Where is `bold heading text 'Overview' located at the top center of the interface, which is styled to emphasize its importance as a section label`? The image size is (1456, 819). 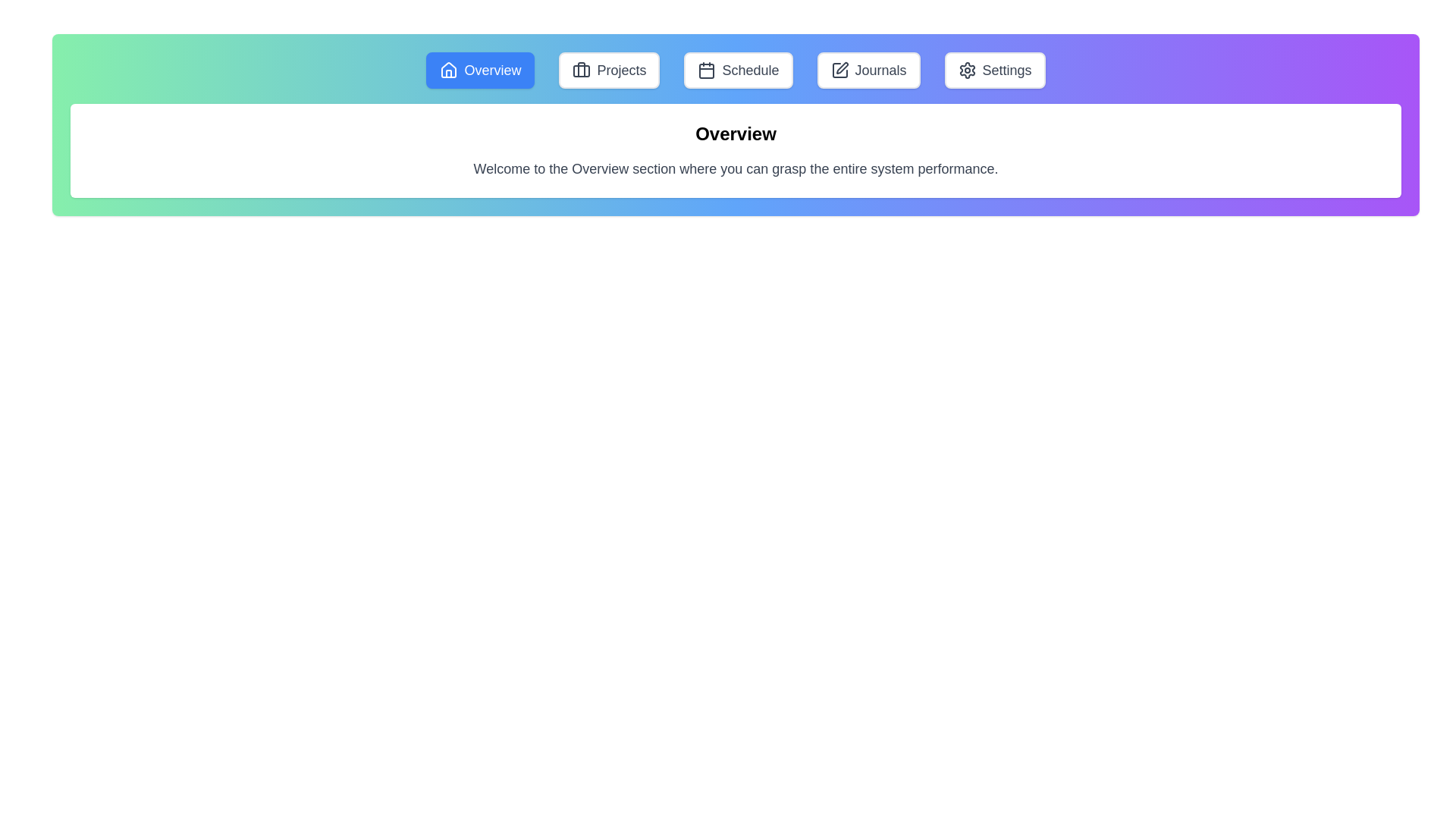
bold heading text 'Overview' located at the top center of the interface, which is styled to emphasize its importance as a section label is located at coordinates (736, 133).